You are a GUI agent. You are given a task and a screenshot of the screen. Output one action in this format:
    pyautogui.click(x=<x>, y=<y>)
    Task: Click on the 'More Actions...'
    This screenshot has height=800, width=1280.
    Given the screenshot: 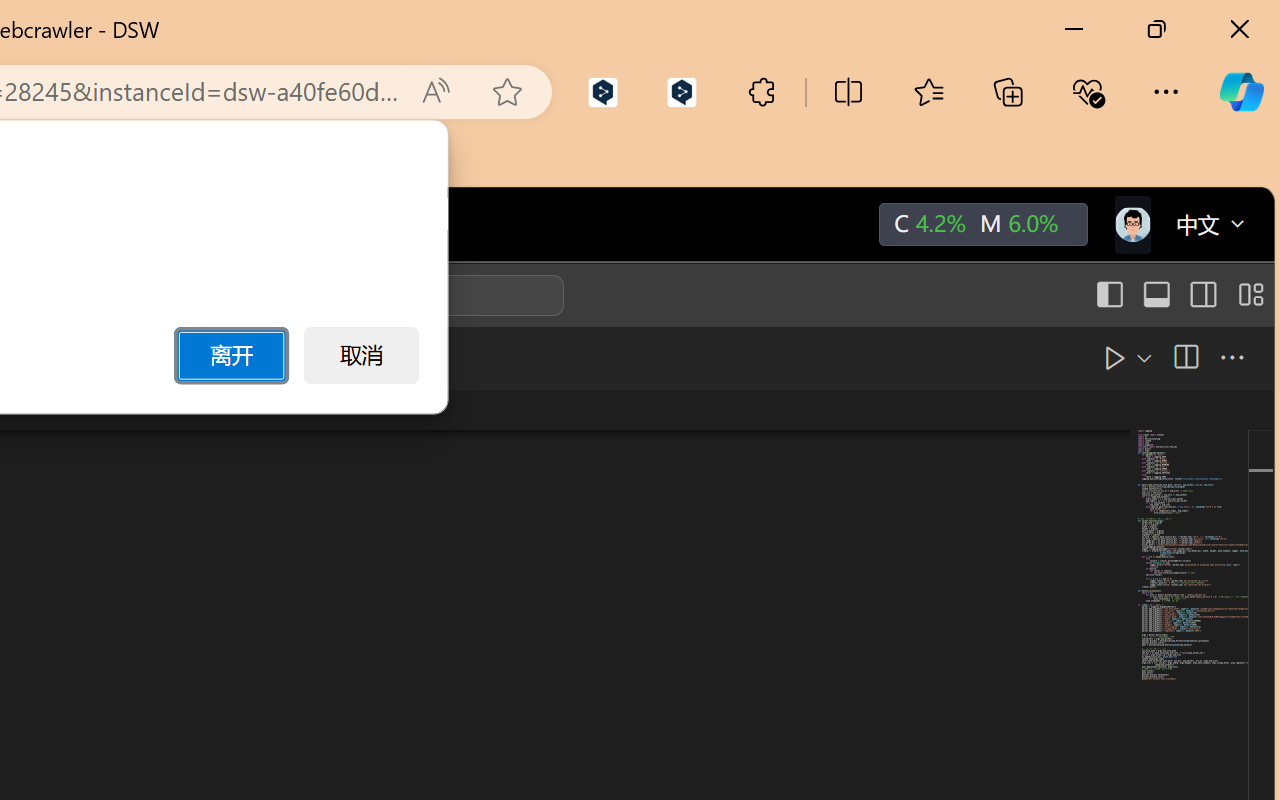 What is the action you would take?
    pyautogui.click(x=1229, y=357)
    